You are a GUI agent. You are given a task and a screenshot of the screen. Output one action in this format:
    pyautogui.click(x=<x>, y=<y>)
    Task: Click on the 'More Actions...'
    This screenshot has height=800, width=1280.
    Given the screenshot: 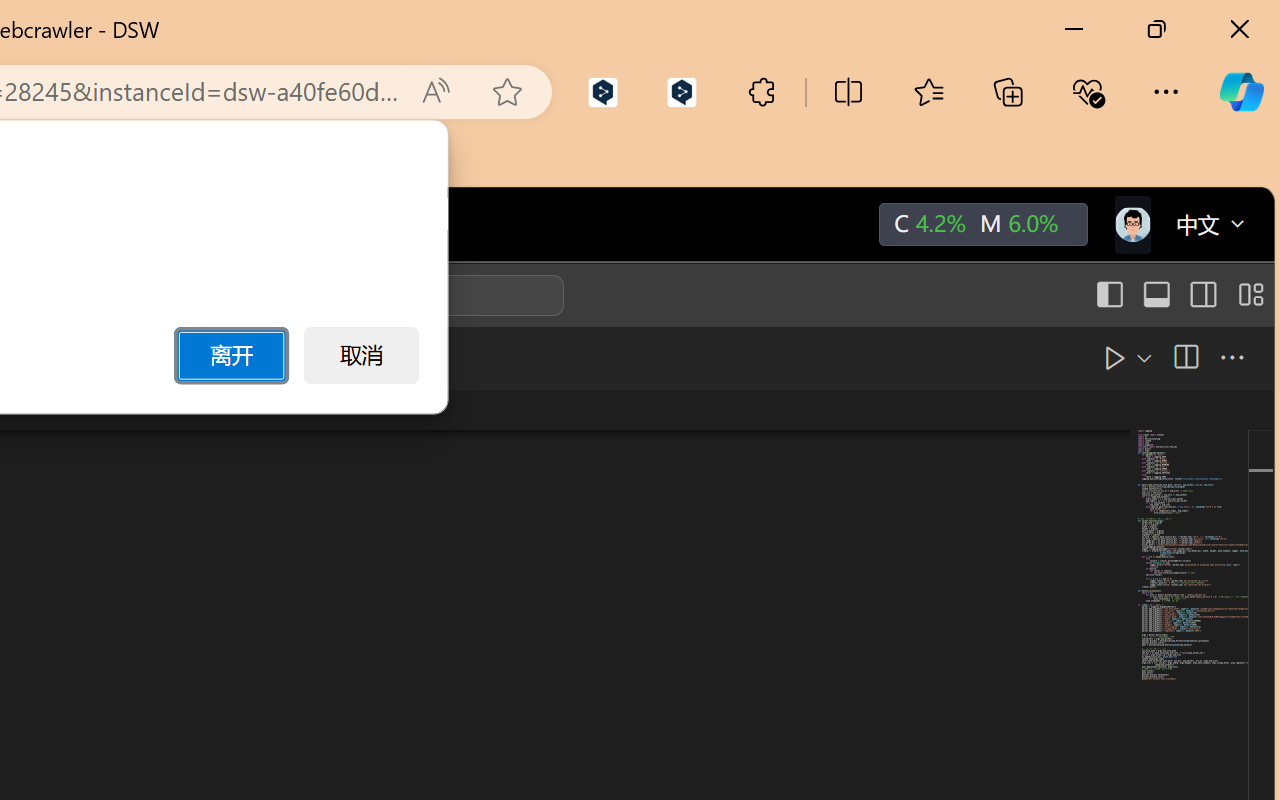 What is the action you would take?
    pyautogui.click(x=1229, y=357)
    